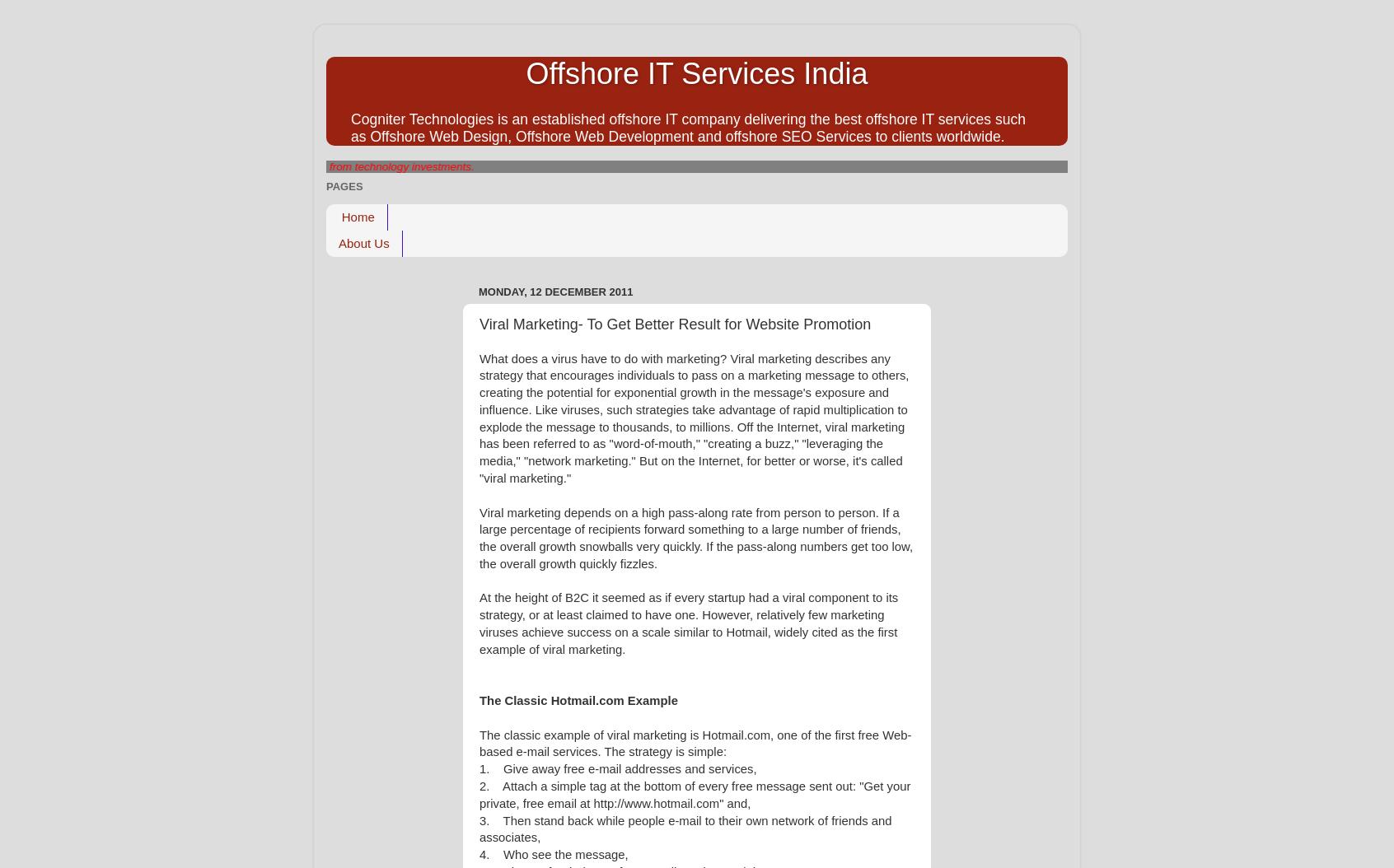 The width and height of the screenshot is (1394, 868). What do you see at coordinates (695, 795) in the screenshot?
I see `'2.    Attach a simple tag at the bottom of every free message sent out: "Get your private, free email at http://www.hotmail.com" and,'` at bounding box center [695, 795].